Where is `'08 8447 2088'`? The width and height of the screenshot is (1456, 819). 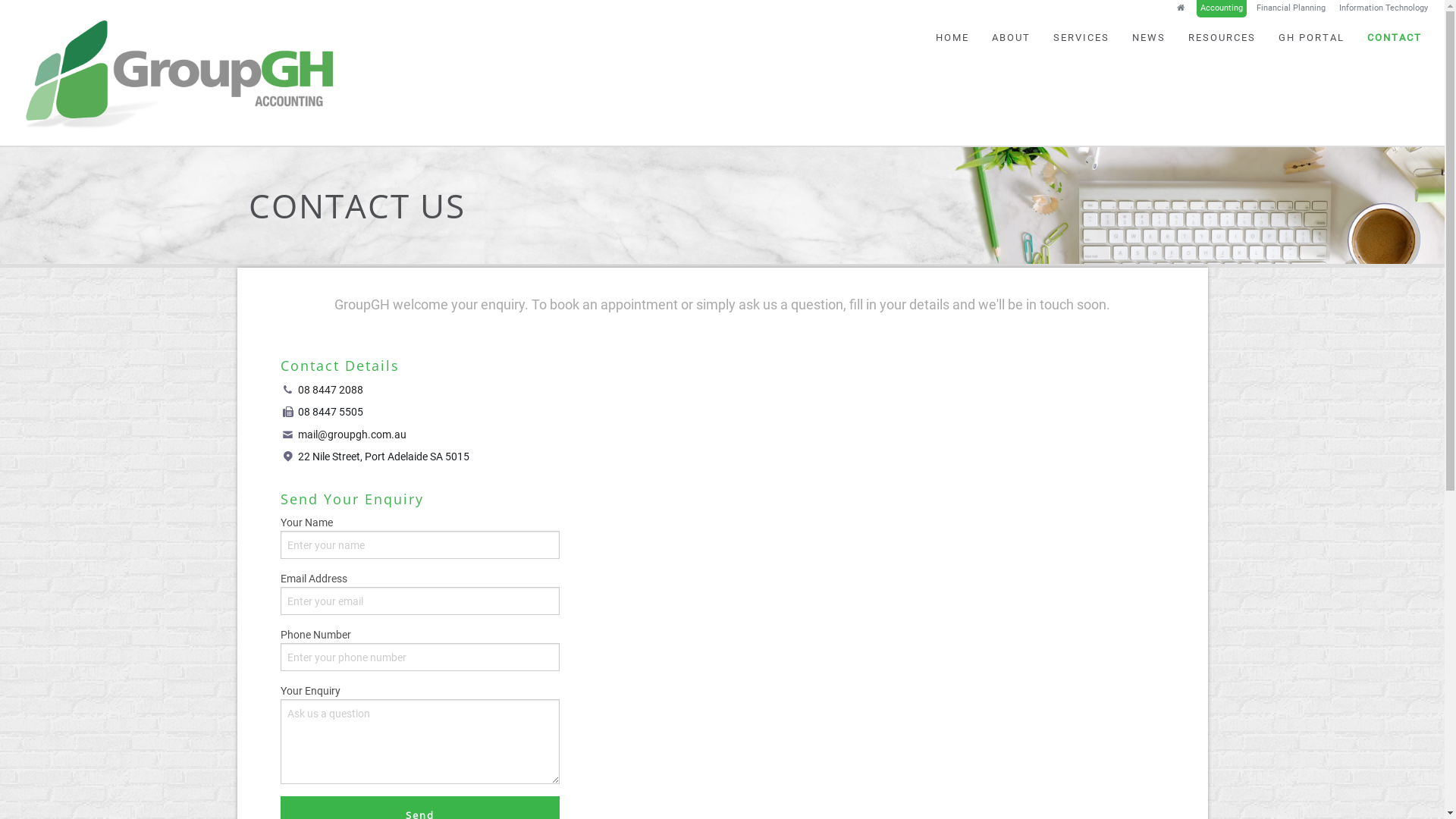
'08 8447 2088' is located at coordinates (298, 389).